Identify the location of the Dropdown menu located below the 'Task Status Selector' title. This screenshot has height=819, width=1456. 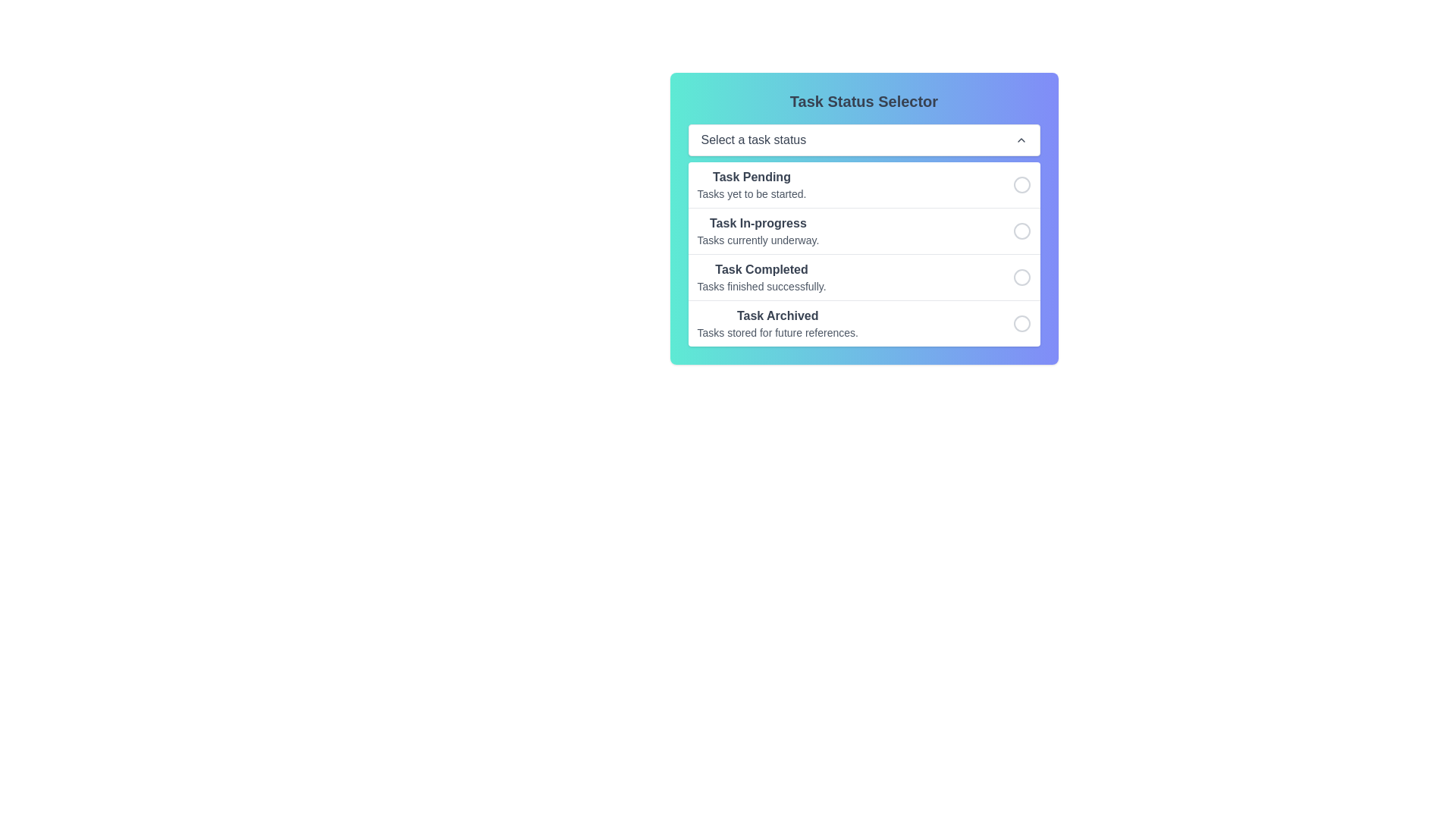
(864, 140).